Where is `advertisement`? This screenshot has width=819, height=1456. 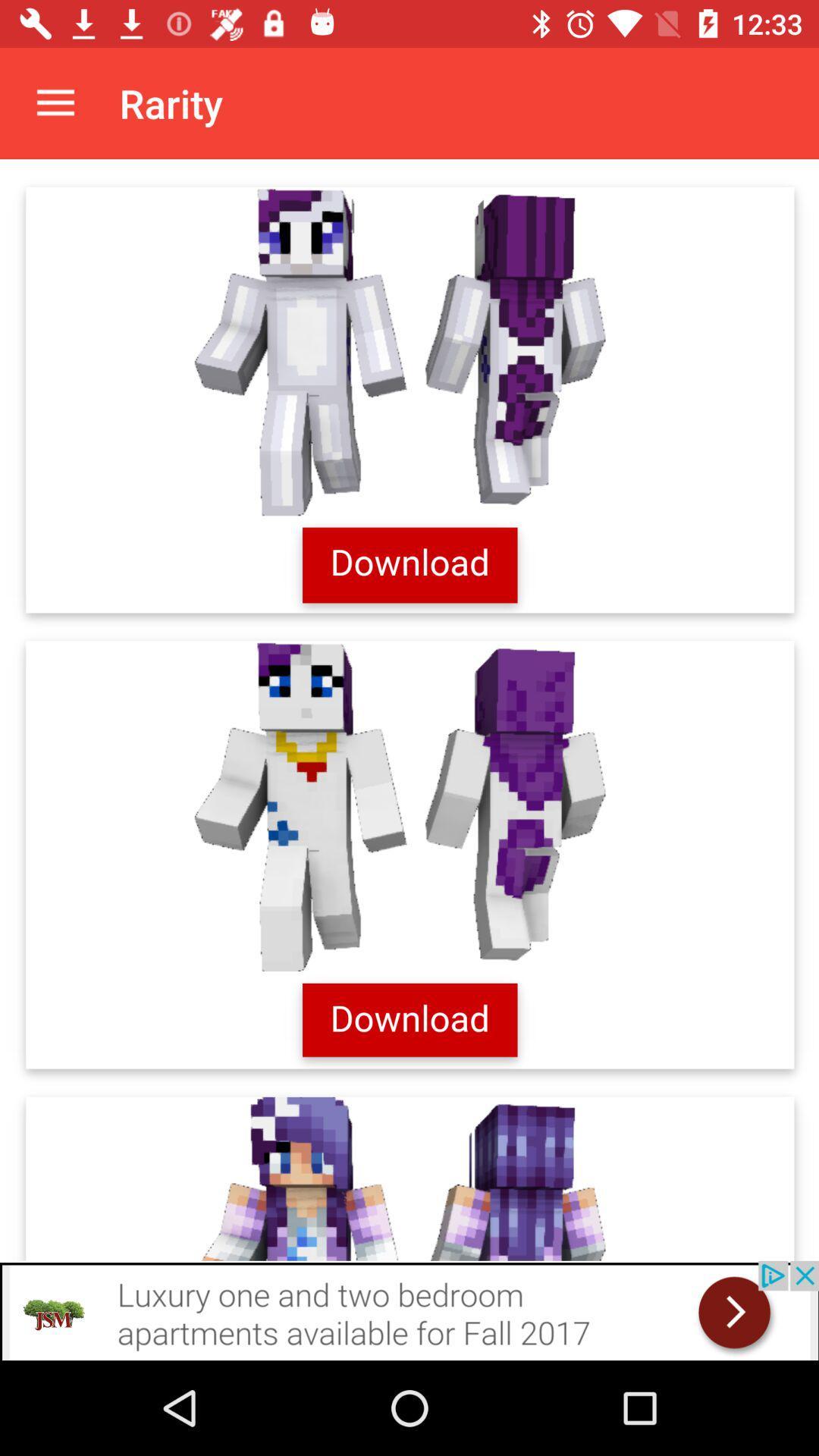 advertisement is located at coordinates (409, 709).